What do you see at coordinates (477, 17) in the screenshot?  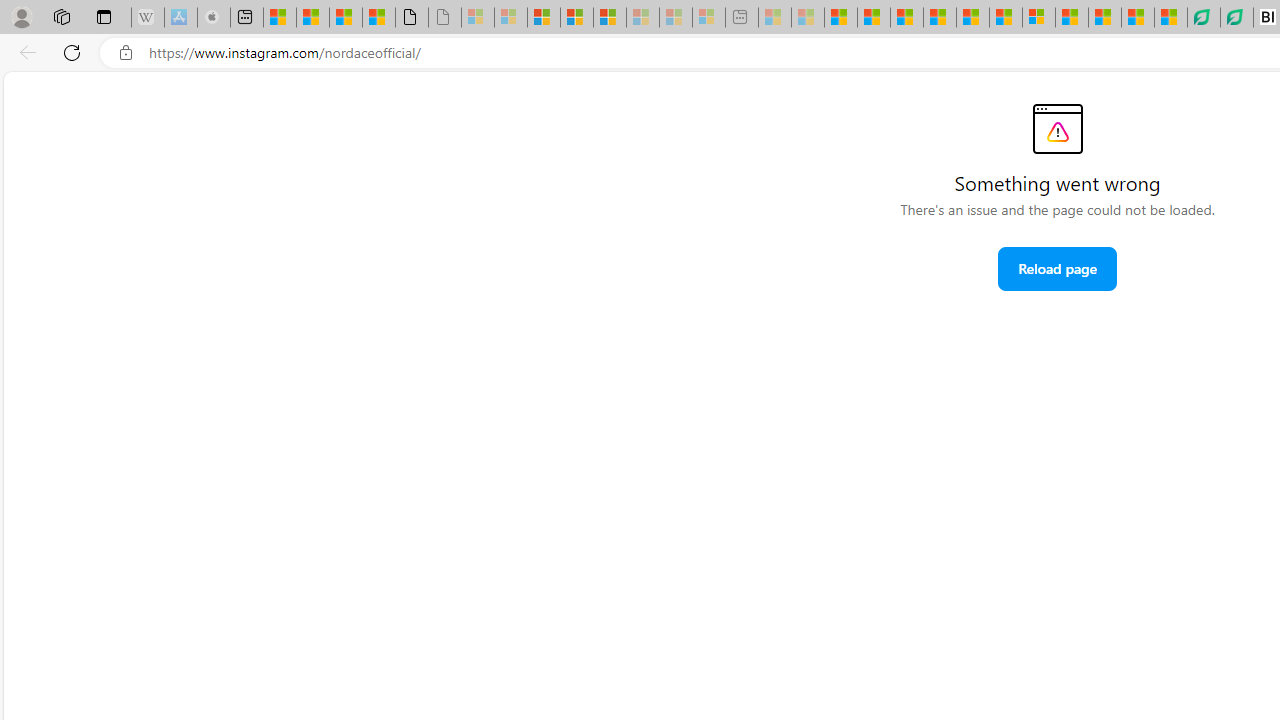 I see `'Sign in to your Microsoft account - Sleeping'` at bounding box center [477, 17].